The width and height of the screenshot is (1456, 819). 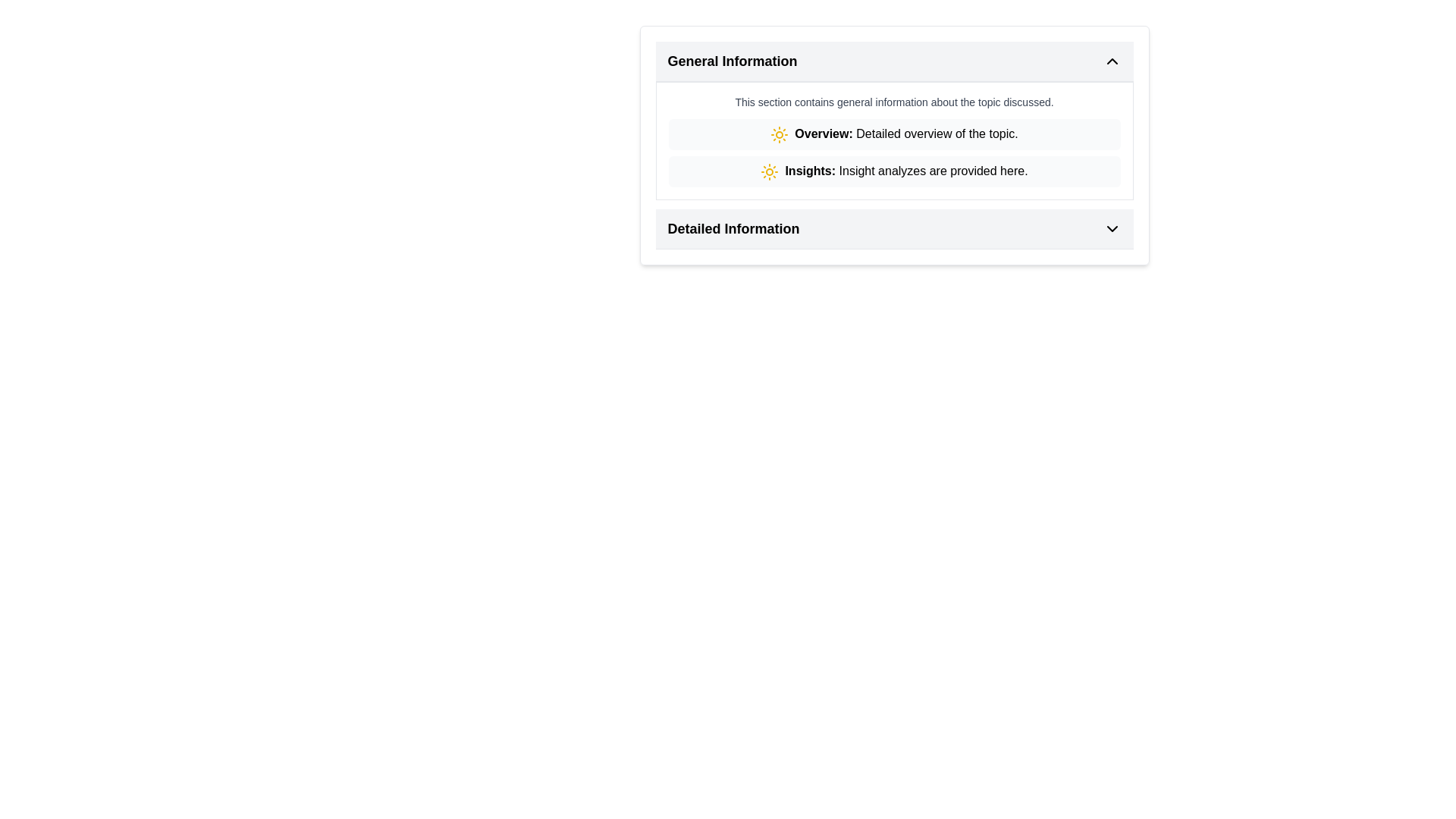 What do you see at coordinates (733, 228) in the screenshot?
I see `information from the Text Label that displays 'Detailed Information', located within the 'General Information' module` at bounding box center [733, 228].